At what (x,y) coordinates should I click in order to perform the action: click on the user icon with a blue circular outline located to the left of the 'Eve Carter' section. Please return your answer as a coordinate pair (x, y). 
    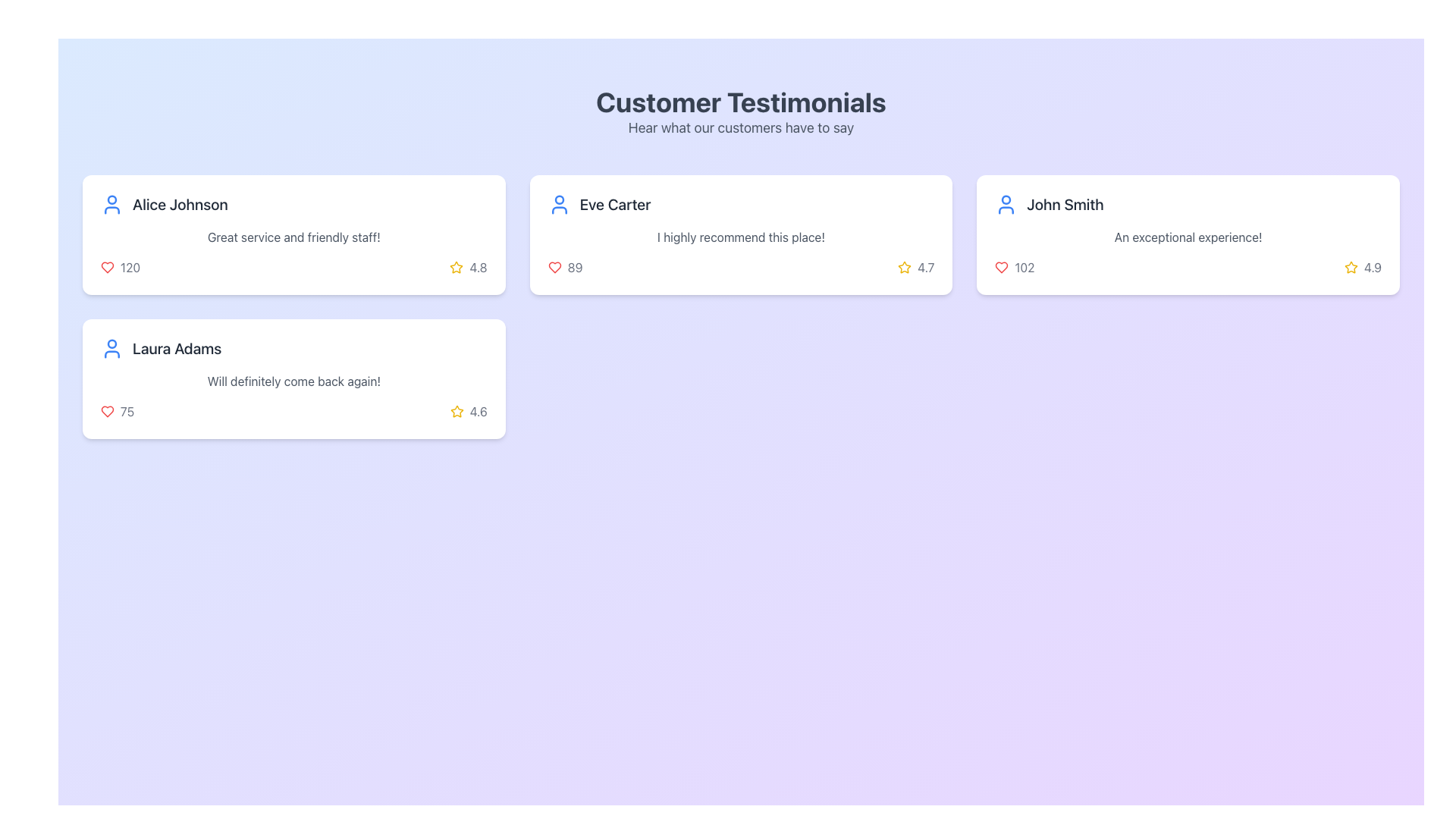
    Looking at the image, I should click on (558, 205).